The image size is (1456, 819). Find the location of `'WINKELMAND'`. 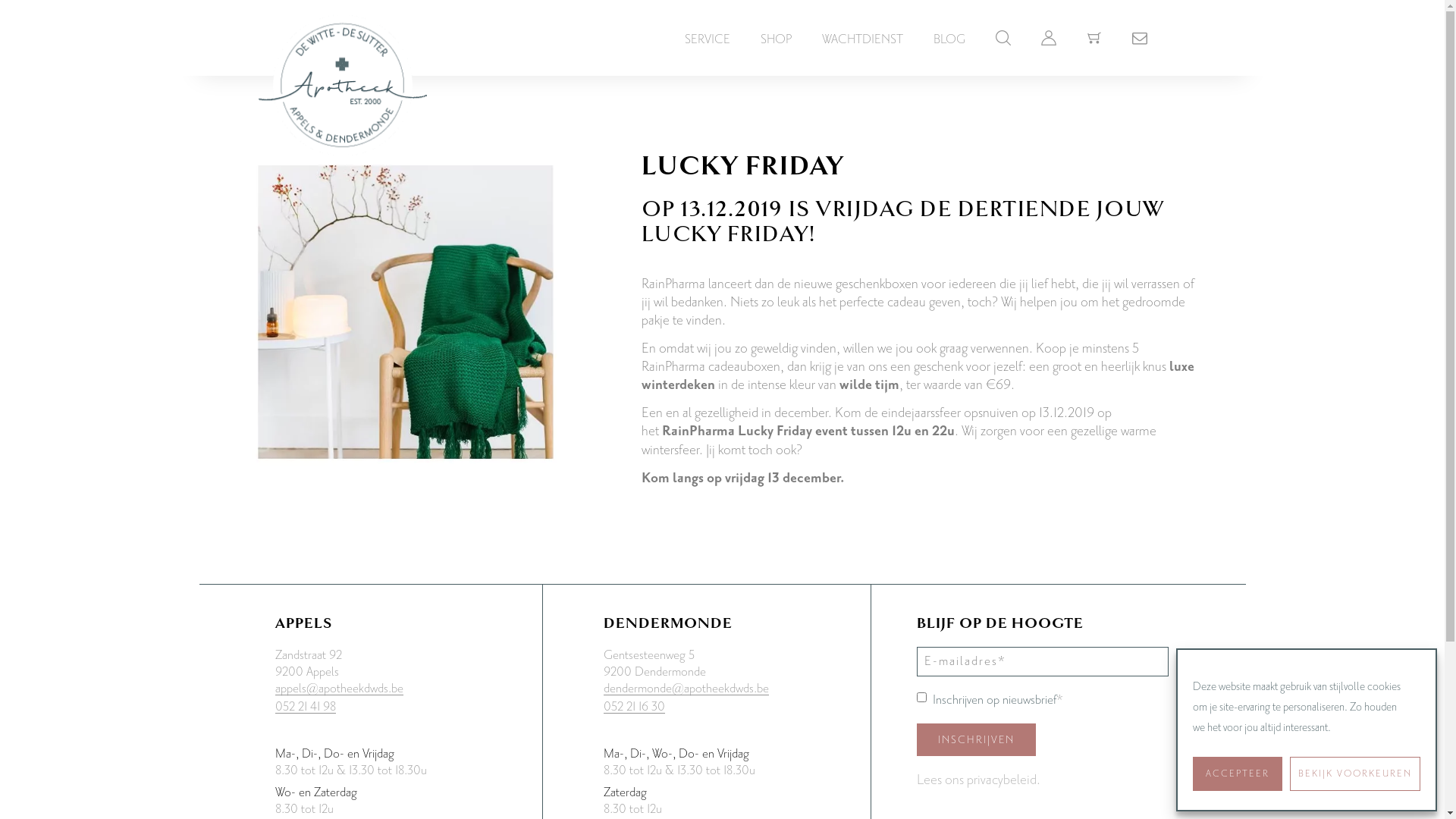

'WINKELMAND' is located at coordinates (1093, 34).